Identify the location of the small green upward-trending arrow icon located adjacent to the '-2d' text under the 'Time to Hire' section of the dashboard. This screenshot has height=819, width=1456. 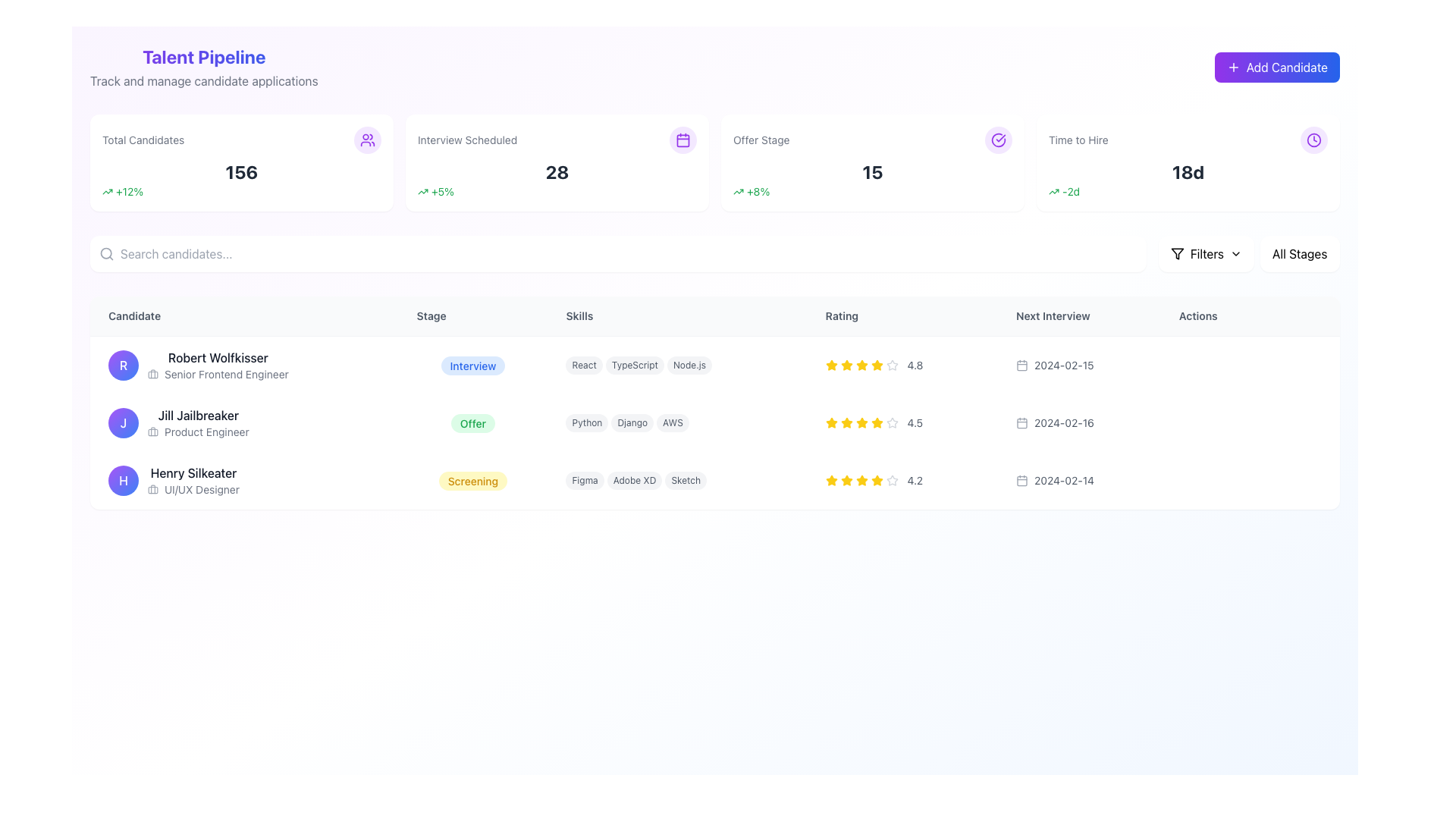
(1053, 191).